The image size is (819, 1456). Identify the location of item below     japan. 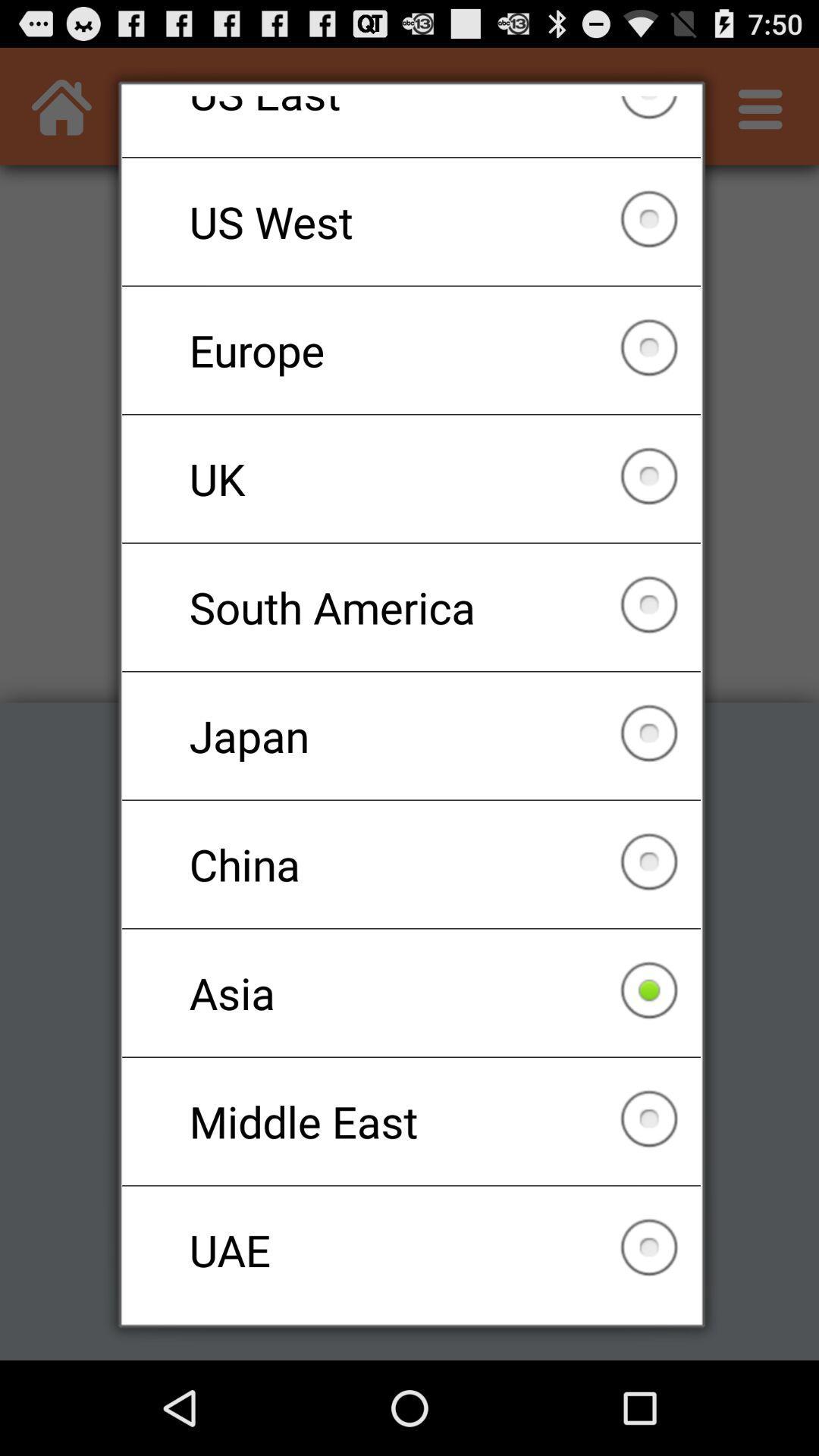
(411, 864).